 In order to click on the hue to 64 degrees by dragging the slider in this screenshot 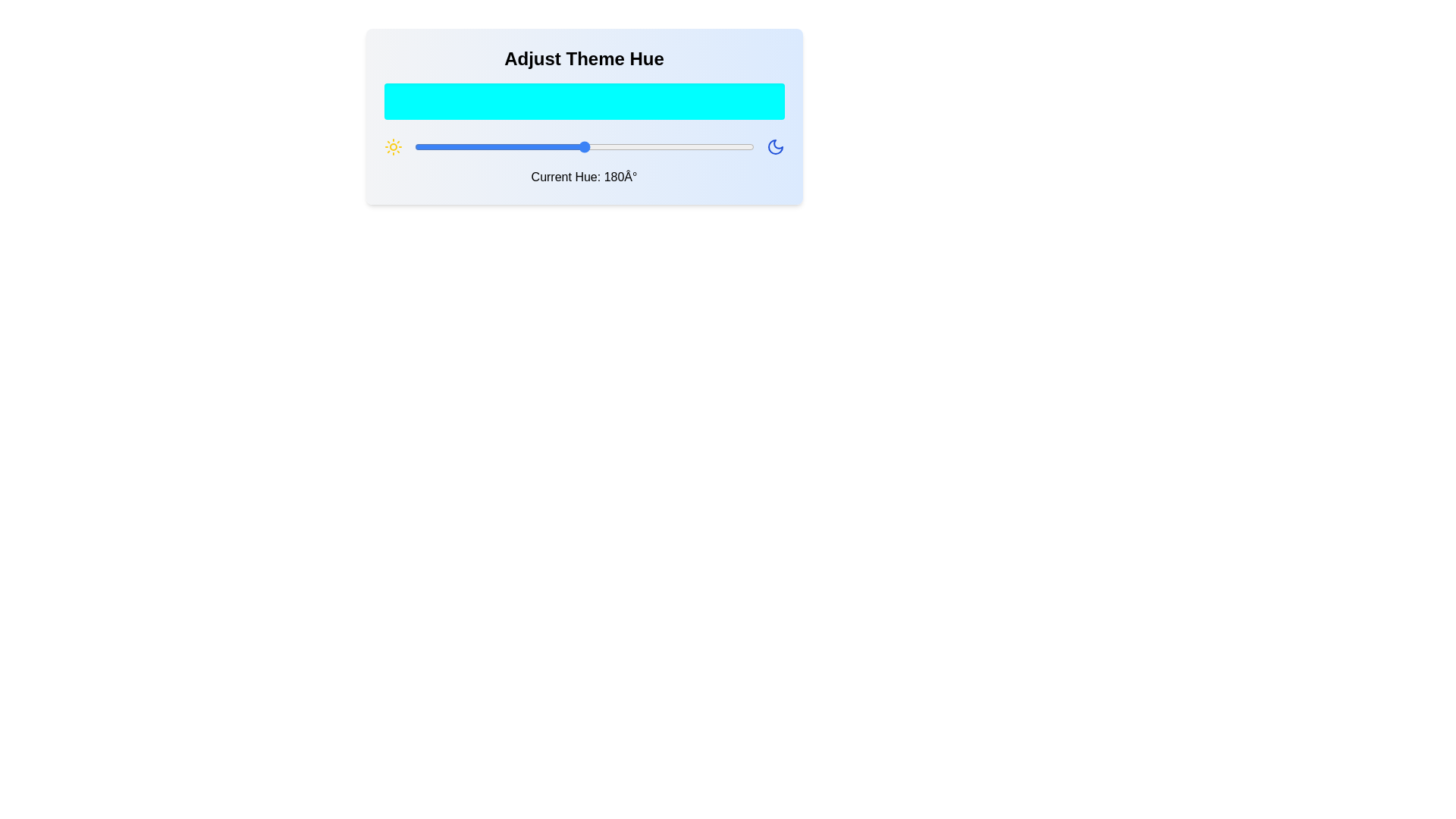, I will do `click(474, 146)`.